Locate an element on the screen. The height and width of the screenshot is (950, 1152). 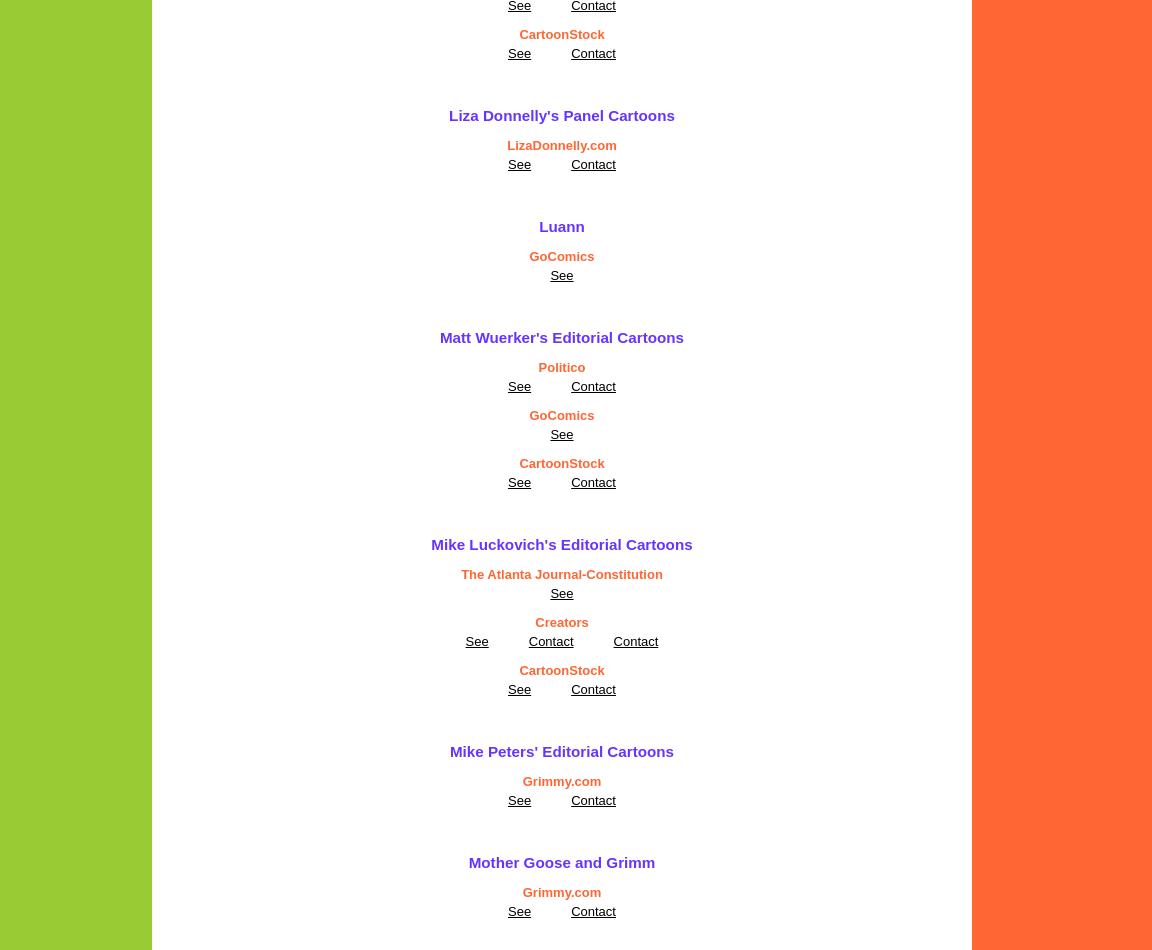
'Mike Luckovich's Editorial Cartoons' is located at coordinates (561, 544).